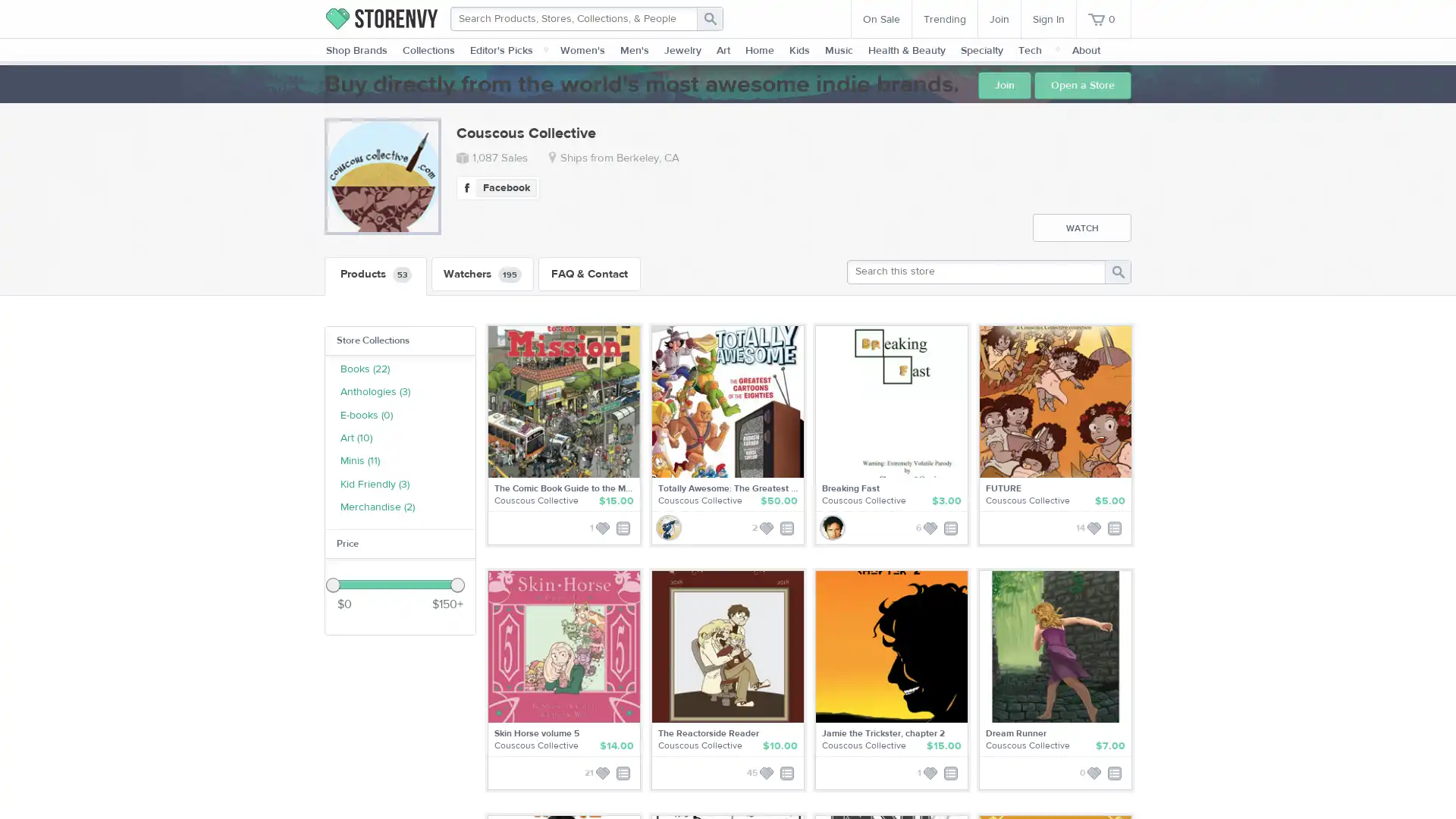 This screenshot has height=819, width=1456. I want to click on Search, so click(709, 18).